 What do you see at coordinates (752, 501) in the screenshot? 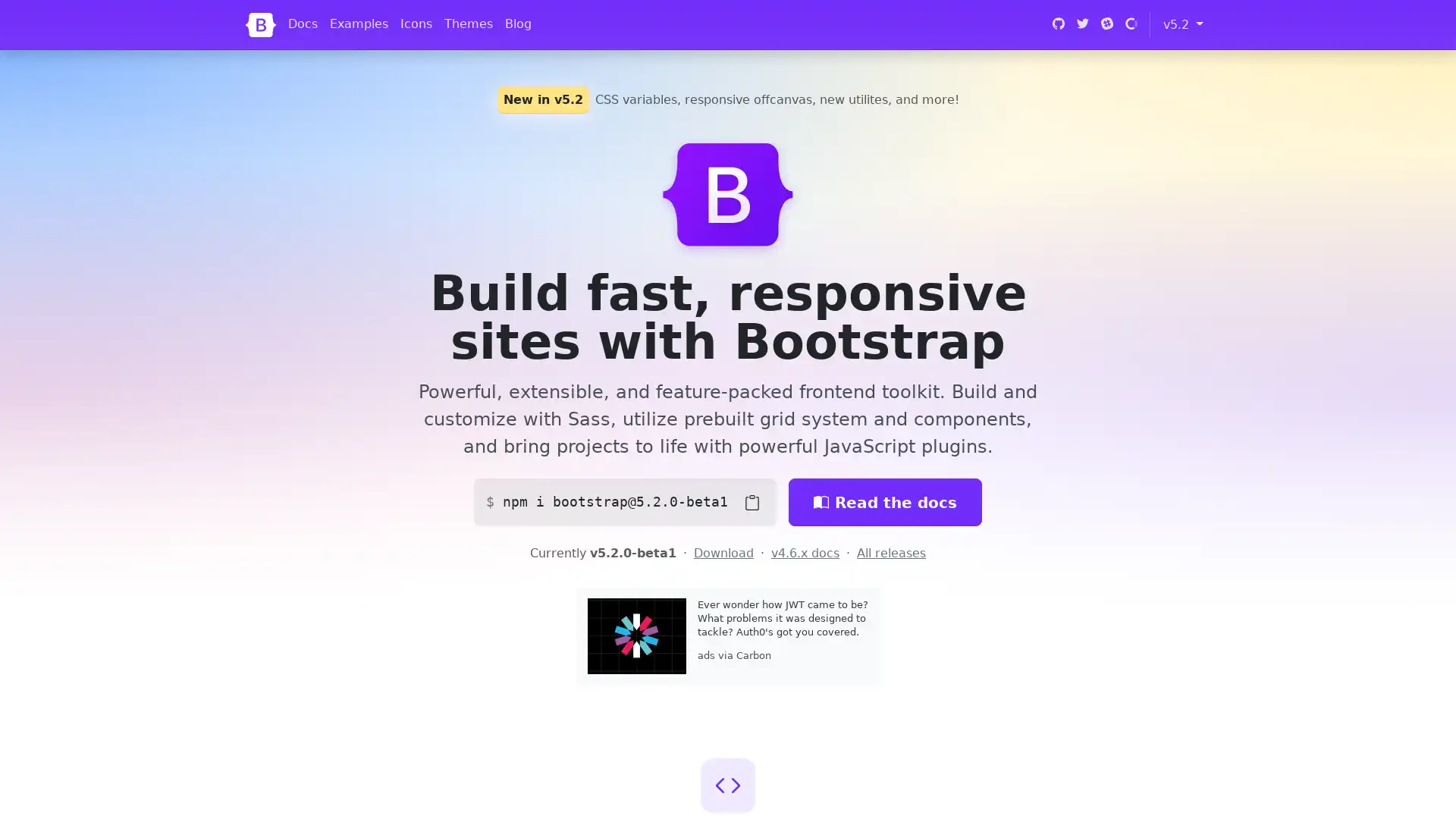
I see `Copy` at bounding box center [752, 501].